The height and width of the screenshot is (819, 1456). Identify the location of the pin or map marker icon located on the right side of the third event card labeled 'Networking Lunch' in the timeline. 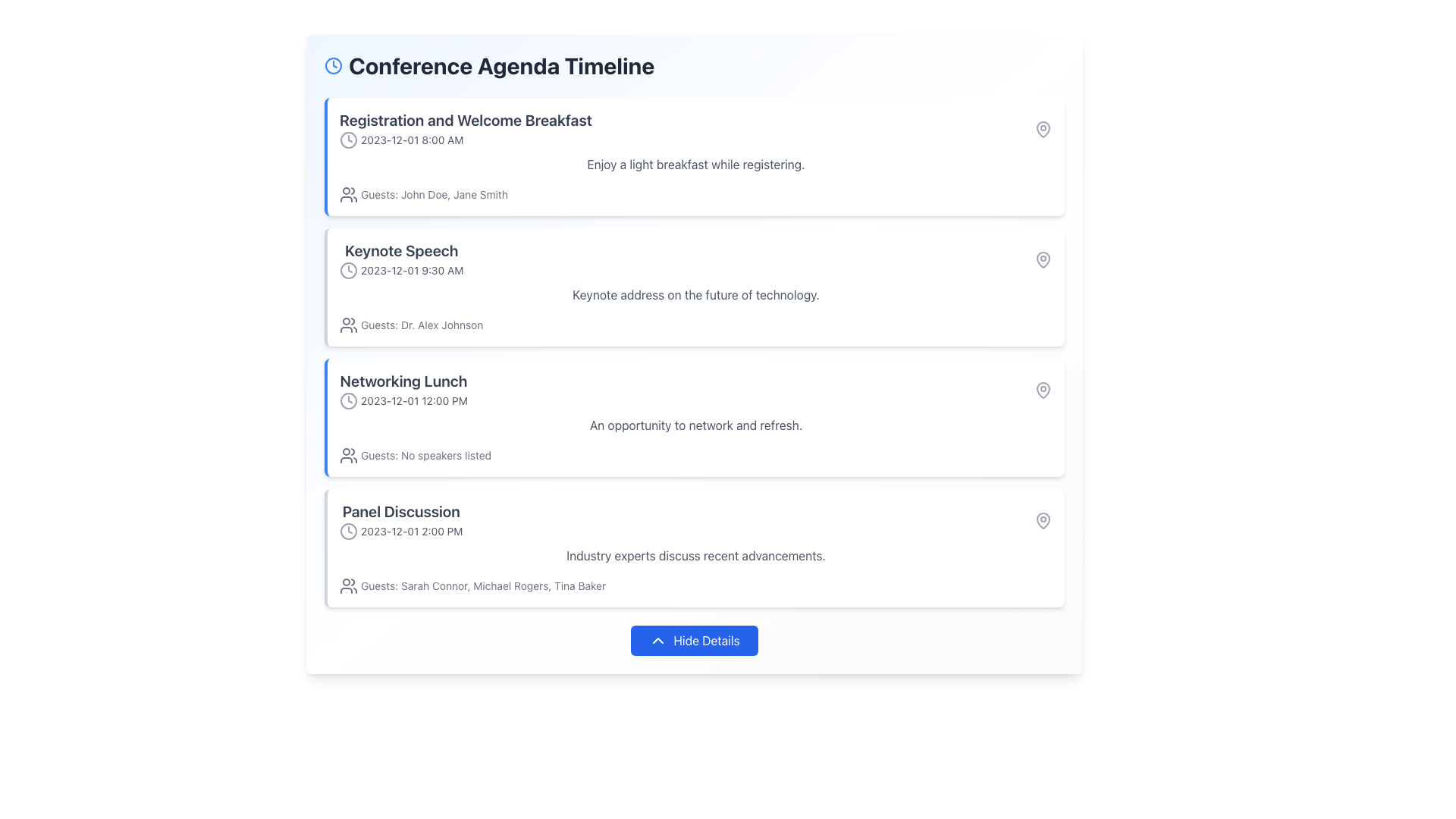
(1043, 388).